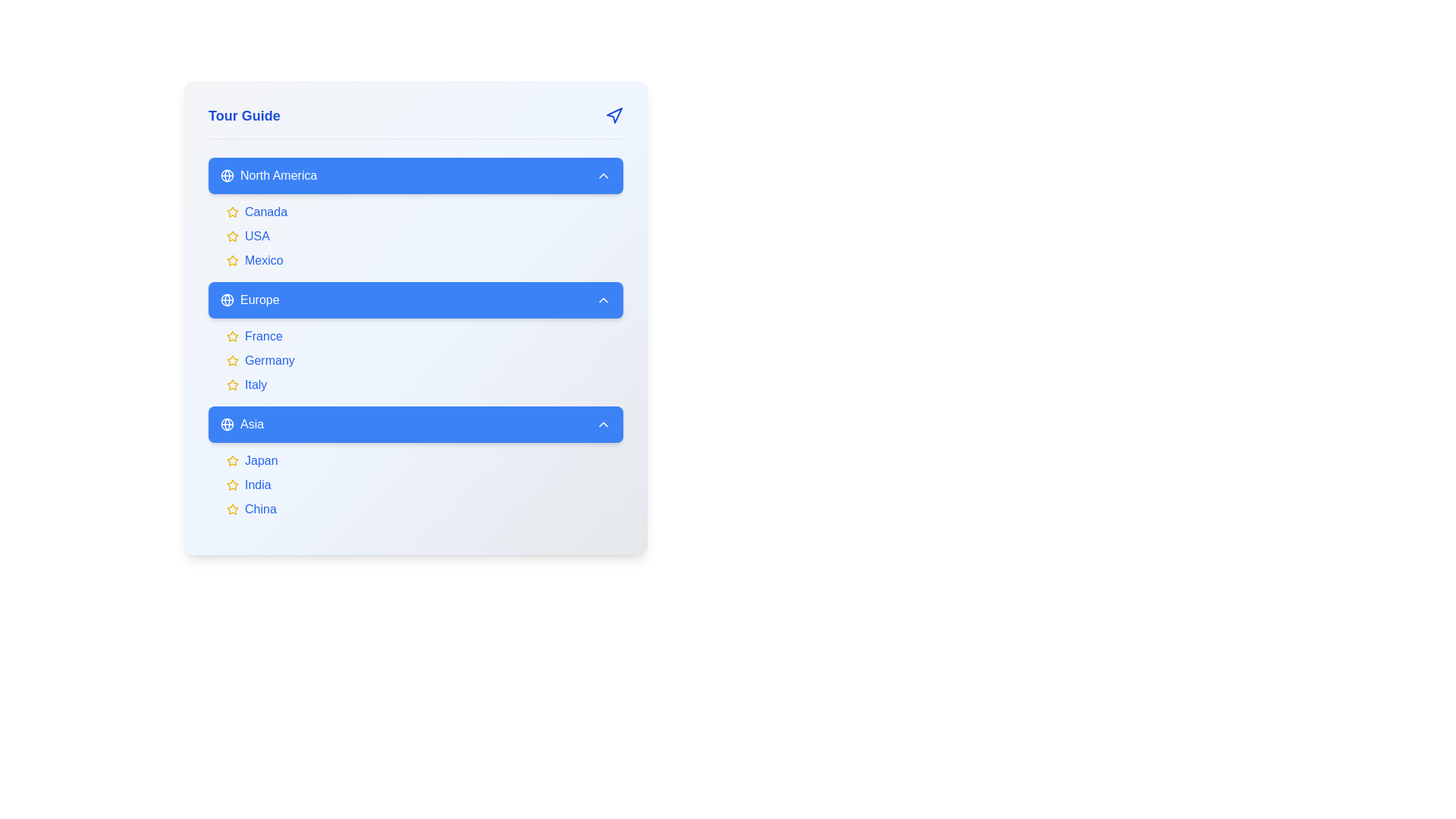 The width and height of the screenshot is (1456, 819). I want to click on the small star icon with a yellow outline located beside the text 'Japan', so click(232, 460).